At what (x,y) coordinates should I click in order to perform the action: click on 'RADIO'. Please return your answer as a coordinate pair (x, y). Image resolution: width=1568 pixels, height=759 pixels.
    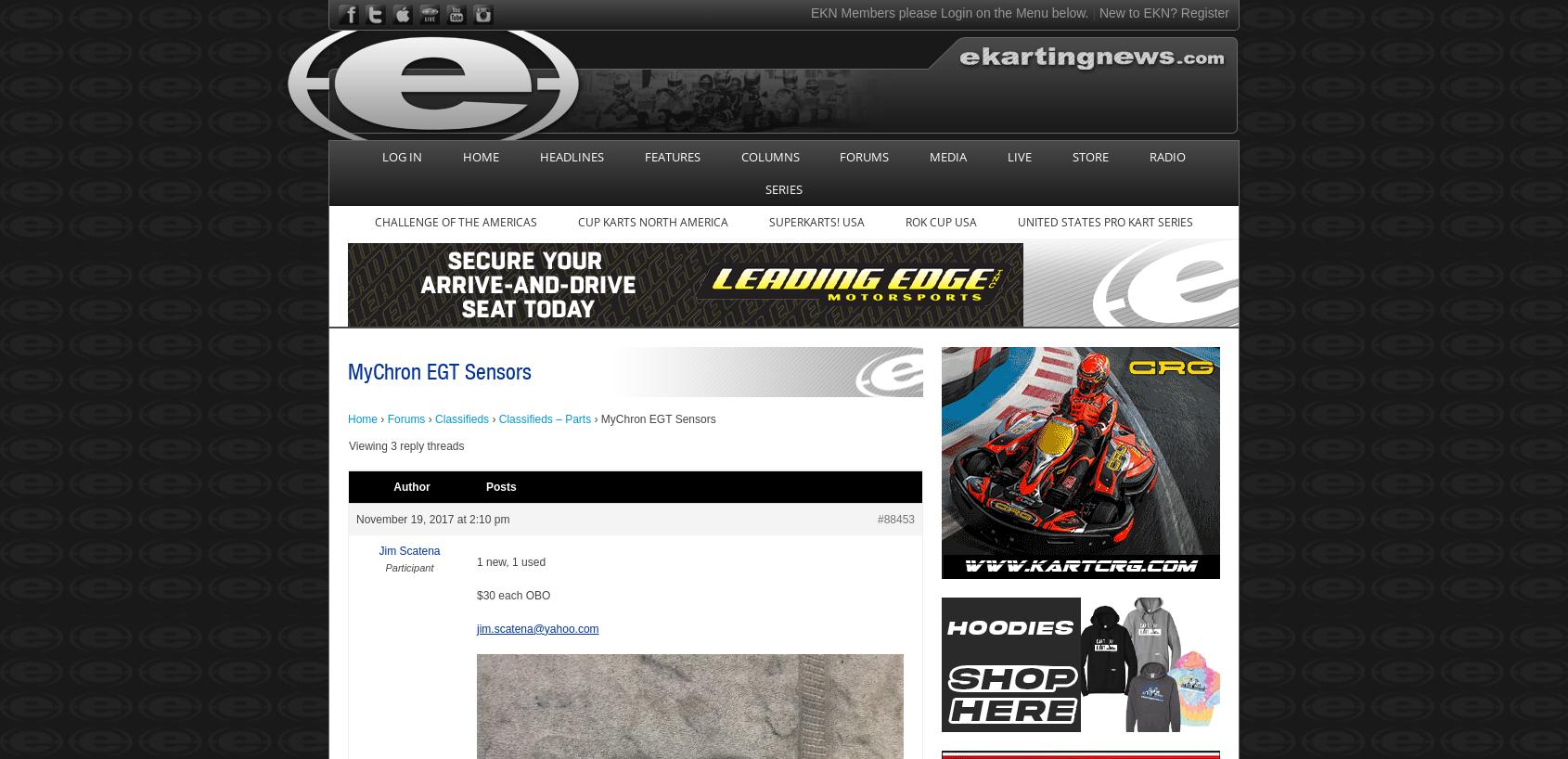
    Looking at the image, I should click on (1166, 155).